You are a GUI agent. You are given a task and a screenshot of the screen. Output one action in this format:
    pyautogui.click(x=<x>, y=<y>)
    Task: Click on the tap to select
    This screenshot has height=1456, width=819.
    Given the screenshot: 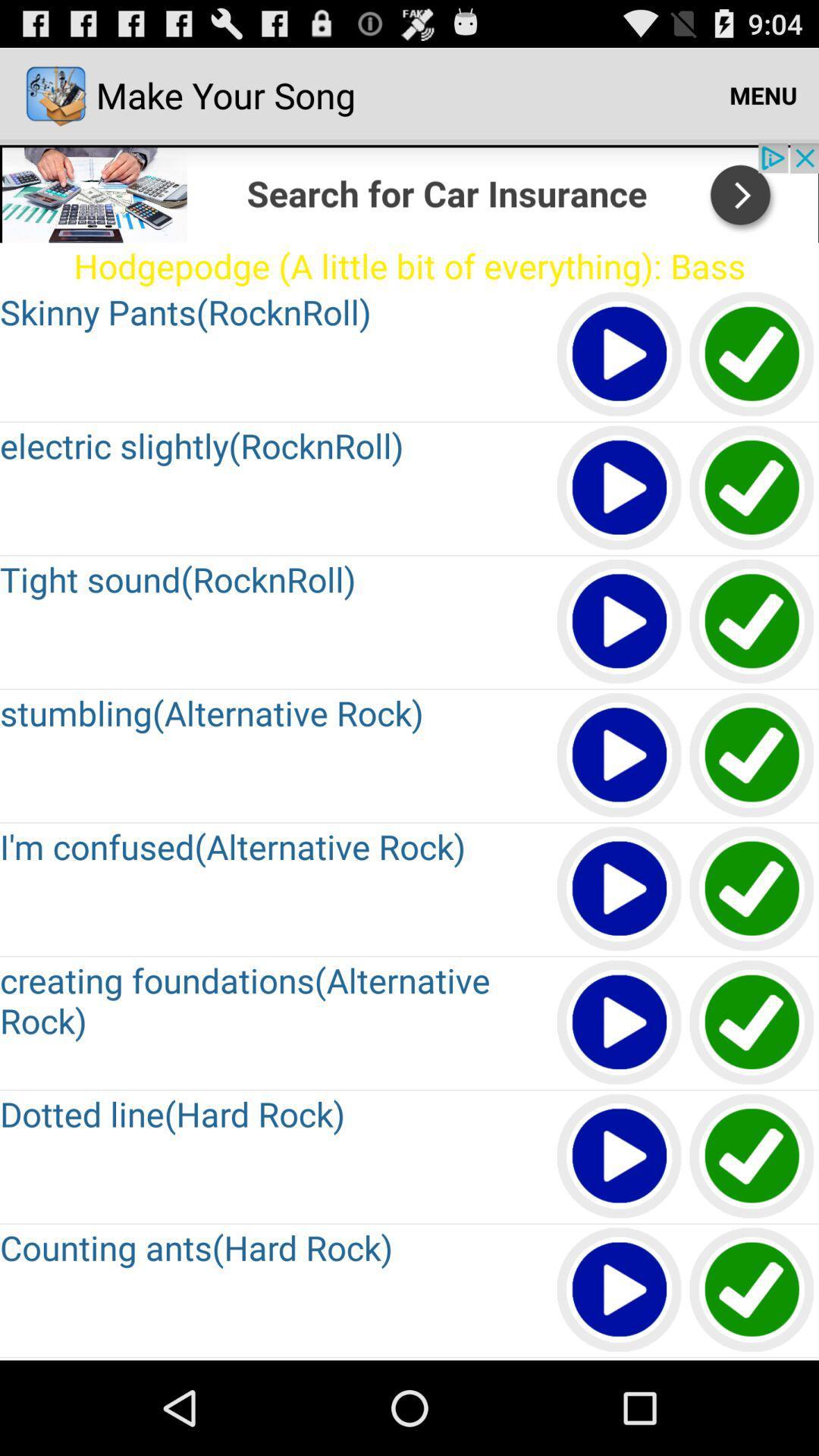 What is the action you would take?
    pyautogui.click(x=752, y=354)
    